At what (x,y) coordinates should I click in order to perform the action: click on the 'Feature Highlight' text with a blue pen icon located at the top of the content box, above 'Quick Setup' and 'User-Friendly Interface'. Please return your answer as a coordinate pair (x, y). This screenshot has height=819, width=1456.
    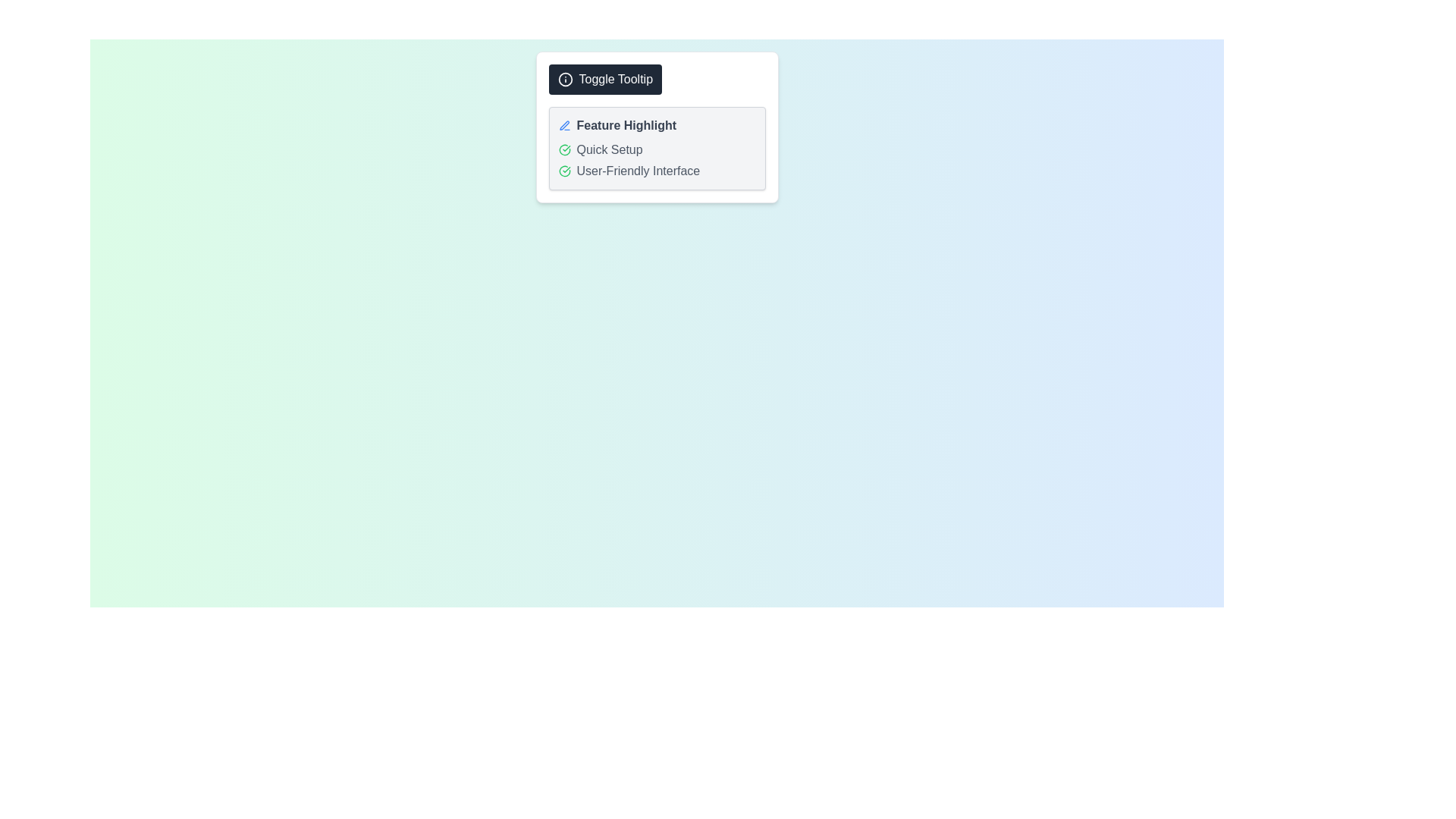
    Looking at the image, I should click on (657, 124).